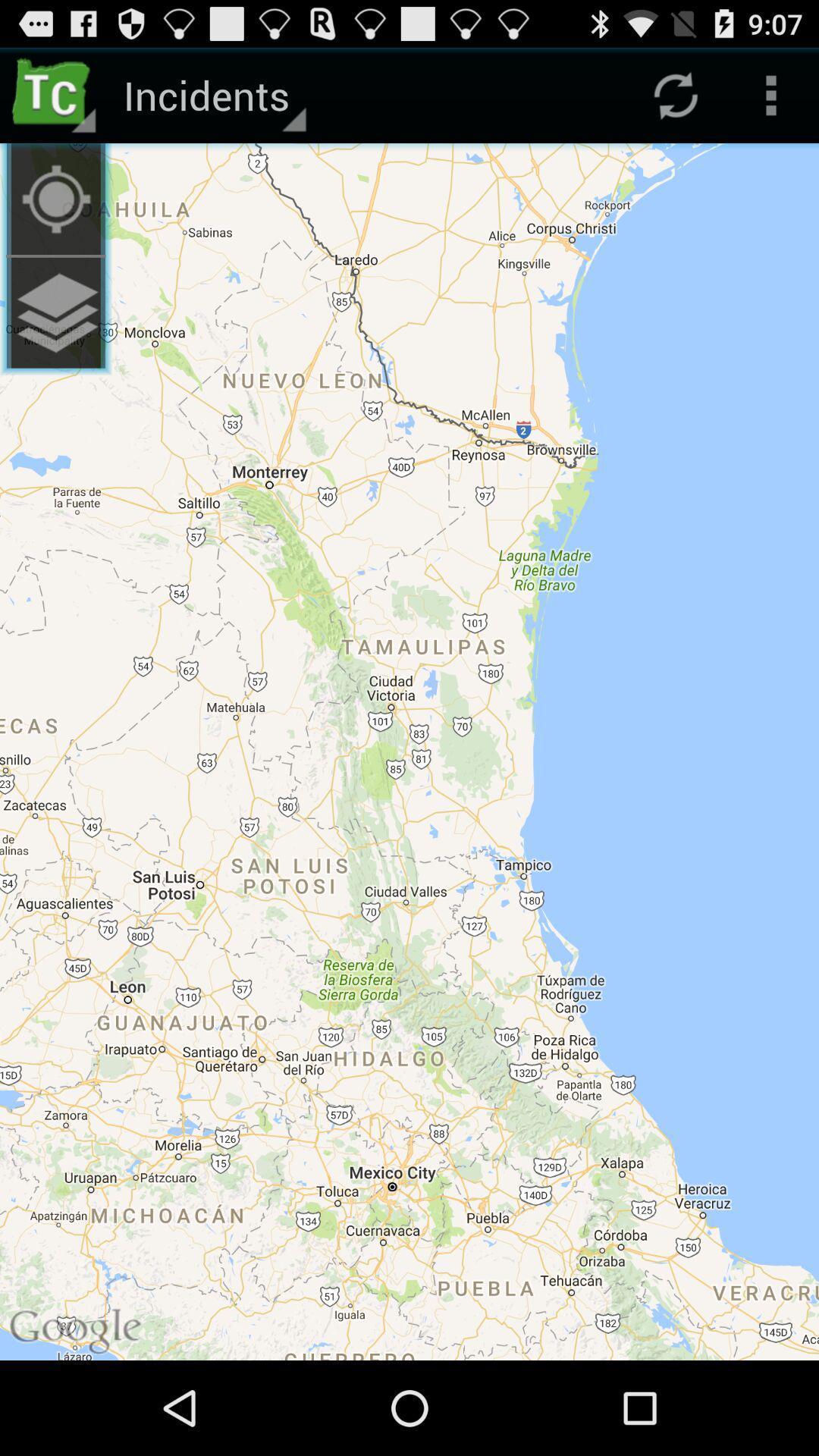 This screenshot has height=1456, width=819. I want to click on item to the left of incidents app, so click(55, 198).